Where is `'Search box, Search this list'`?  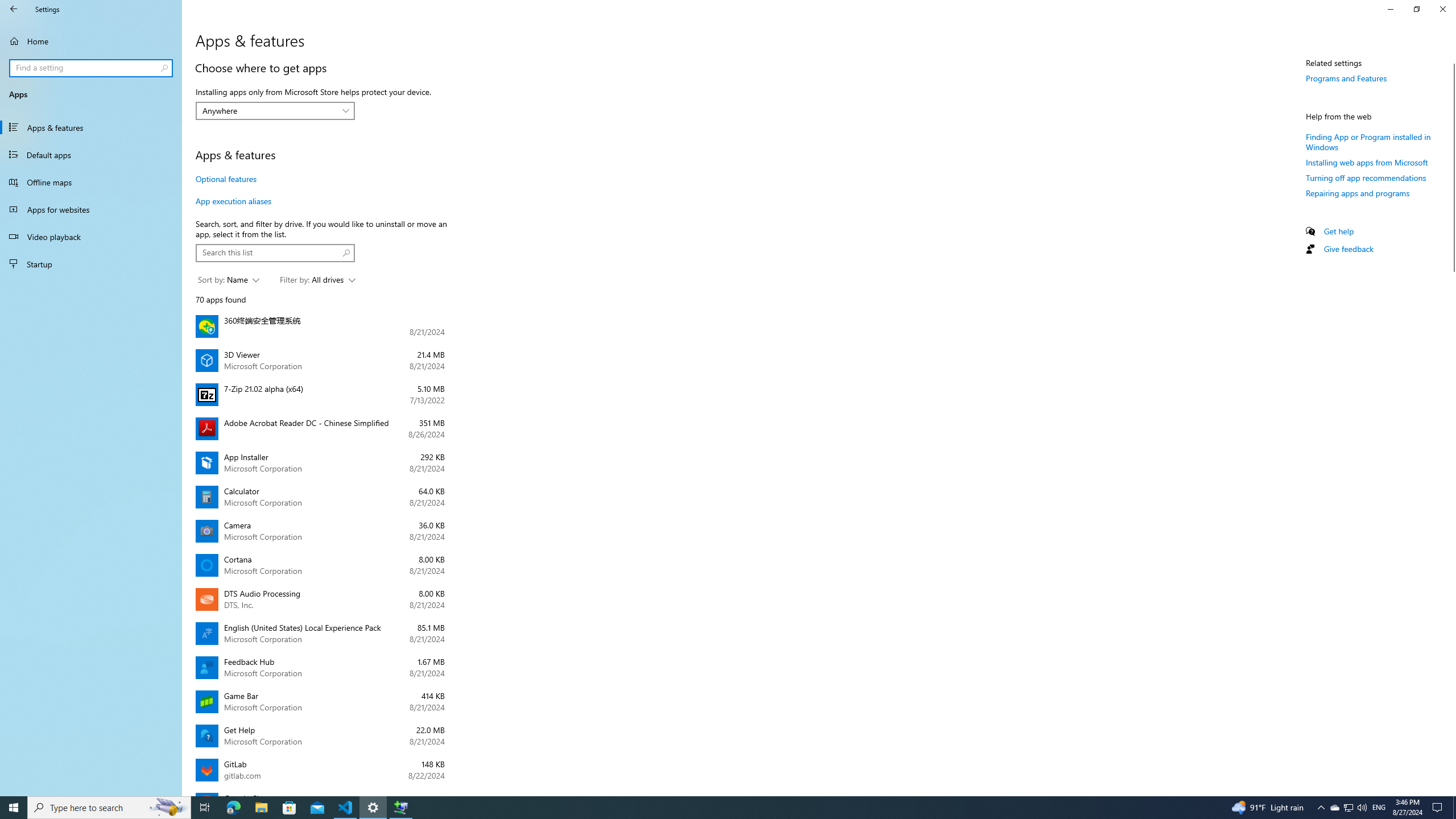
'Search box, Search this list' is located at coordinates (276, 253).